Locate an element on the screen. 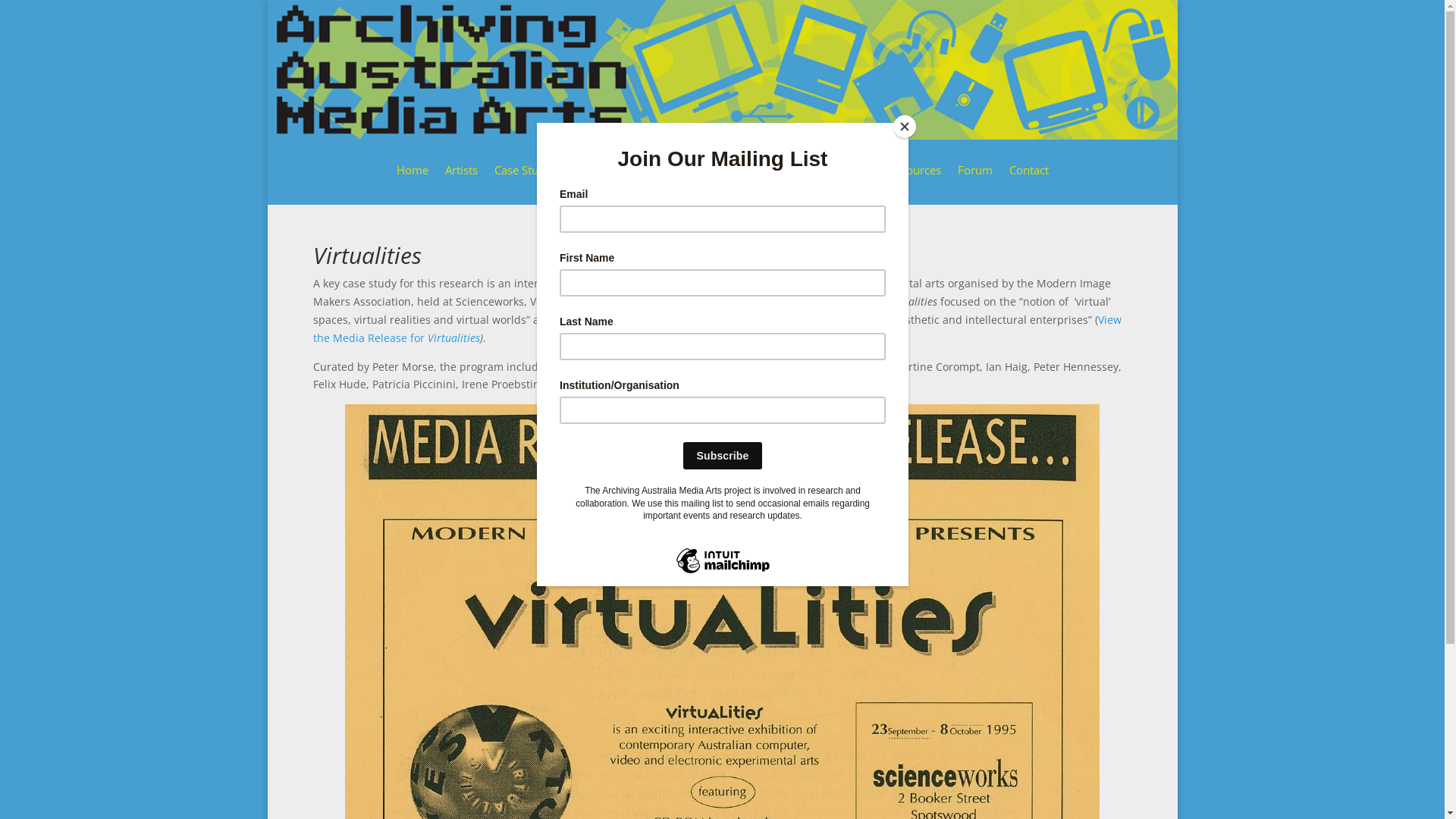  'View the Media Release for Virtualities' is located at coordinates (716, 328).